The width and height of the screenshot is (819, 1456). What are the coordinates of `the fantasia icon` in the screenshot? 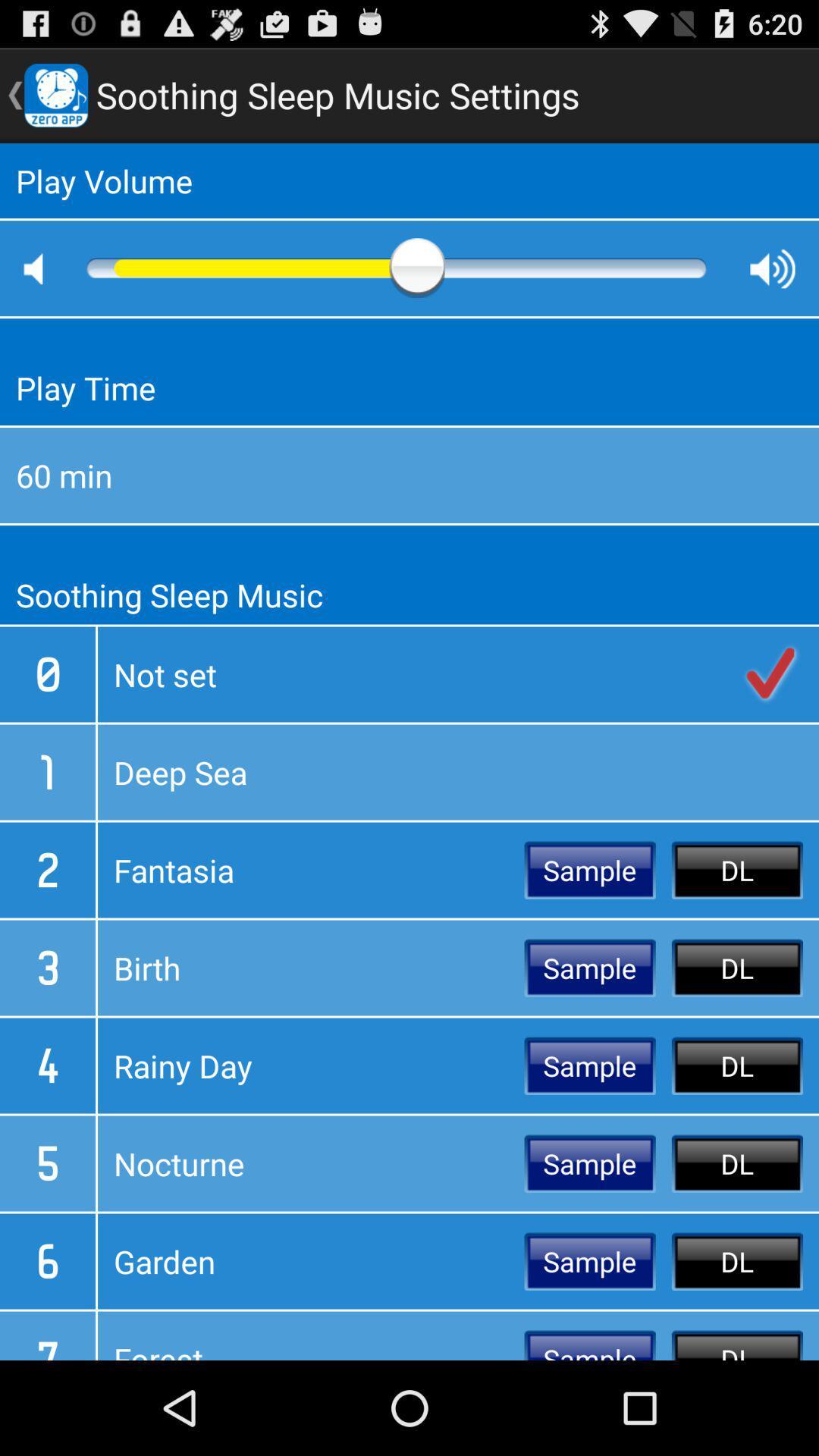 It's located at (310, 870).